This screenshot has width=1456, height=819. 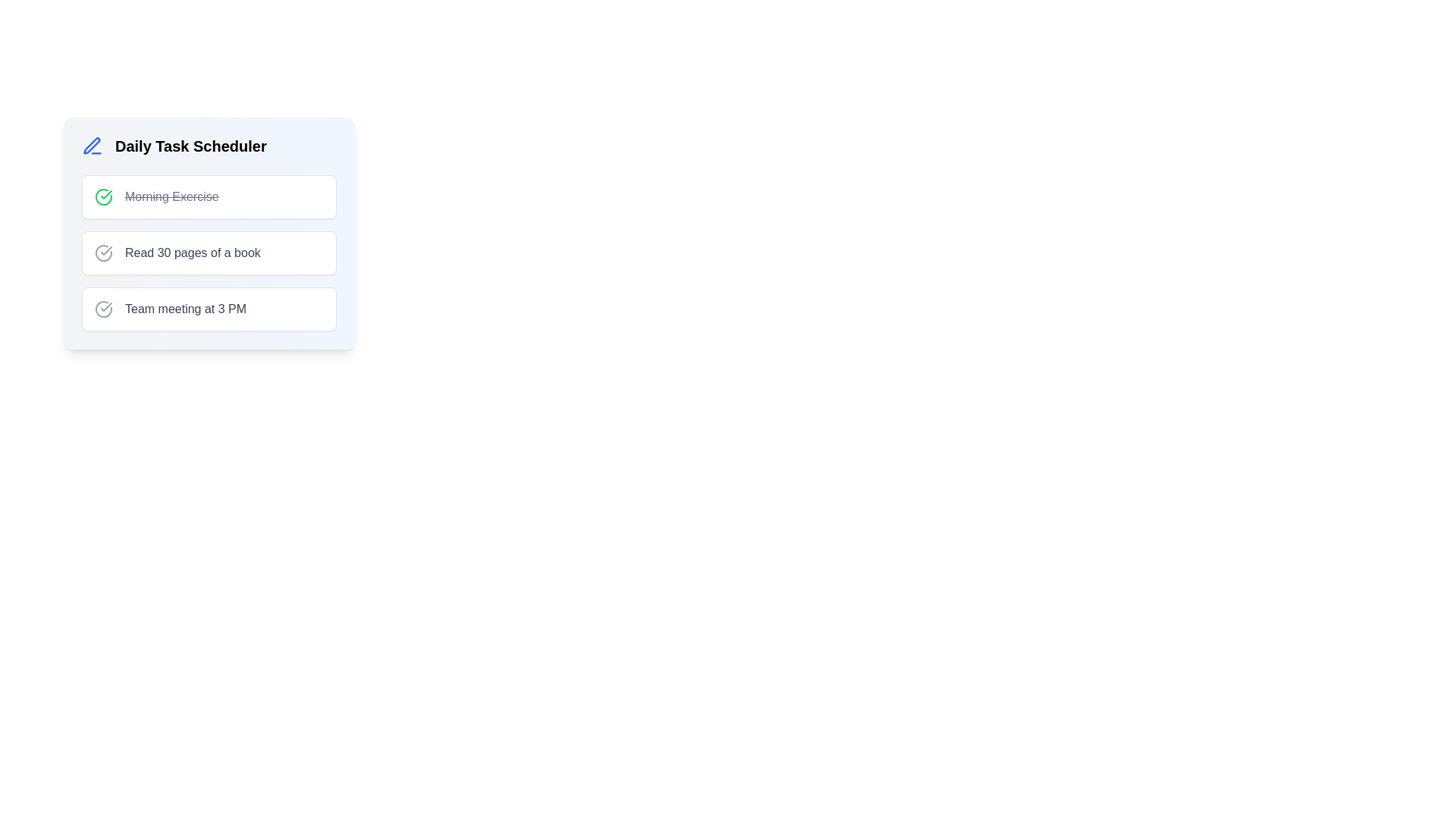 What do you see at coordinates (103, 196) in the screenshot?
I see `the green circular checkmark icon associated with the 'Morning Exercise' task in the 'Daily Task Scheduler' section to interact with it` at bounding box center [103, 196].